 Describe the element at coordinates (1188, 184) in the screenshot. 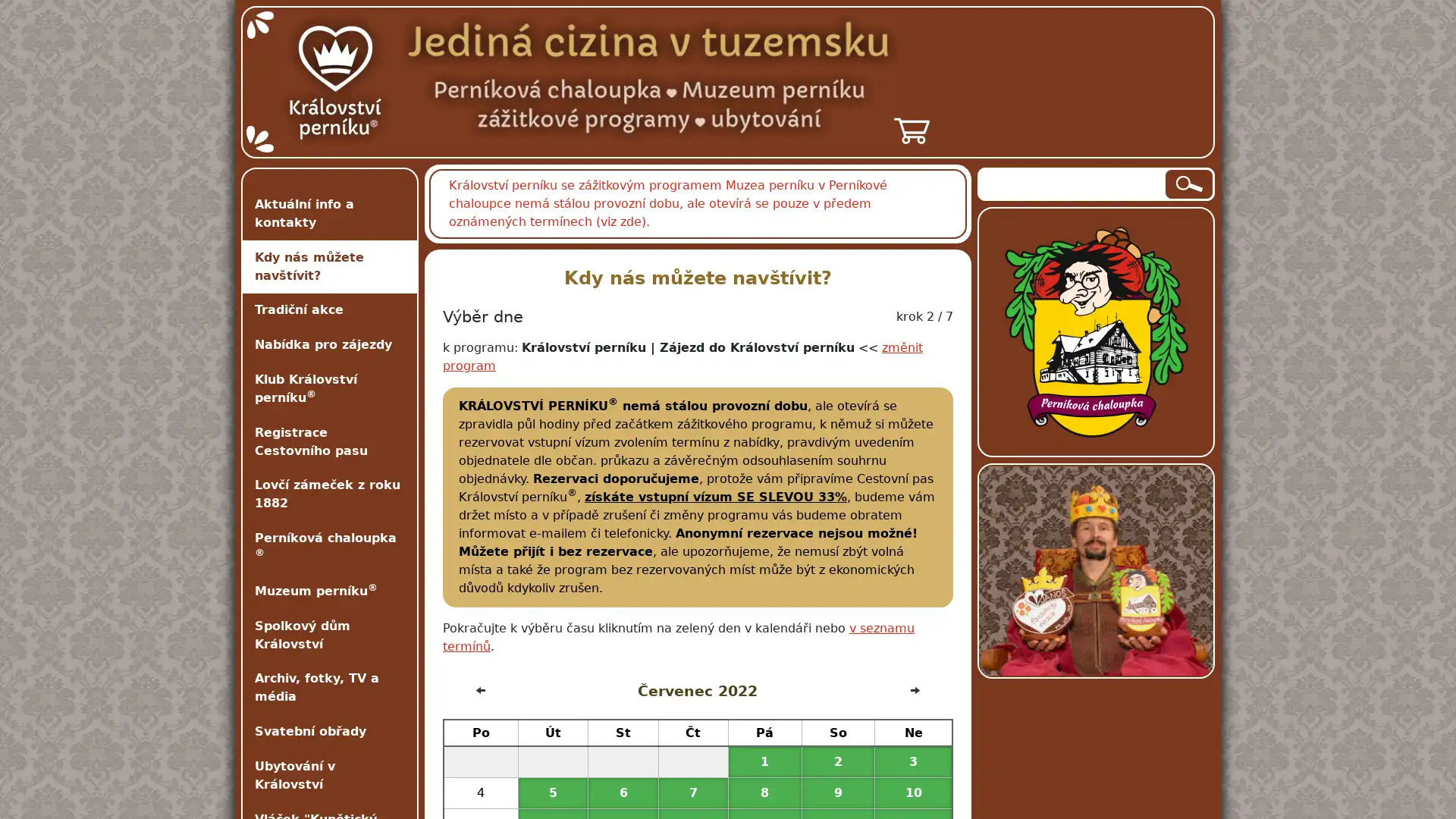

I see `Hledat` at that location.